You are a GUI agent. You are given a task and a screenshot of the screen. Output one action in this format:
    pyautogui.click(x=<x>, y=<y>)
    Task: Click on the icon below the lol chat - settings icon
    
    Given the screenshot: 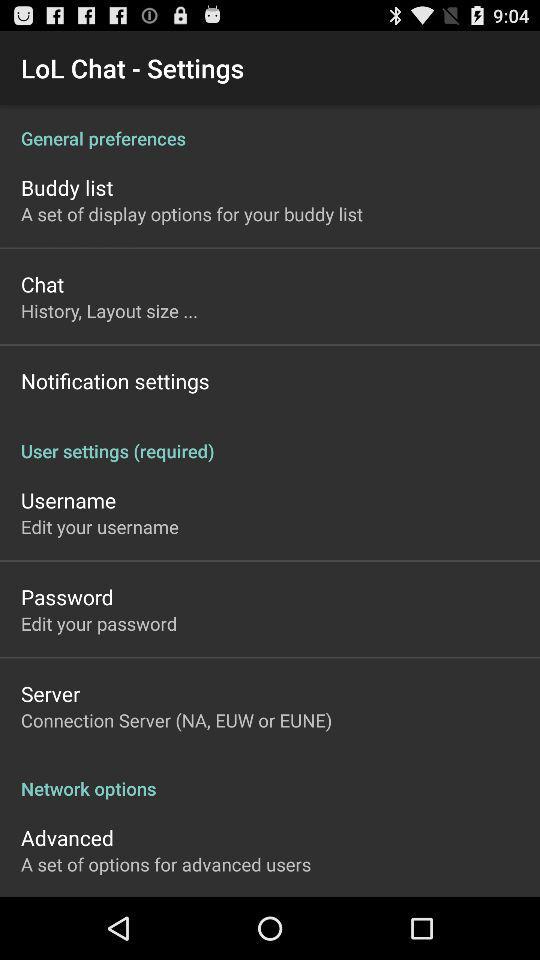 What is the action you would take?
    pyautogui.click(x=270, y=126)
    